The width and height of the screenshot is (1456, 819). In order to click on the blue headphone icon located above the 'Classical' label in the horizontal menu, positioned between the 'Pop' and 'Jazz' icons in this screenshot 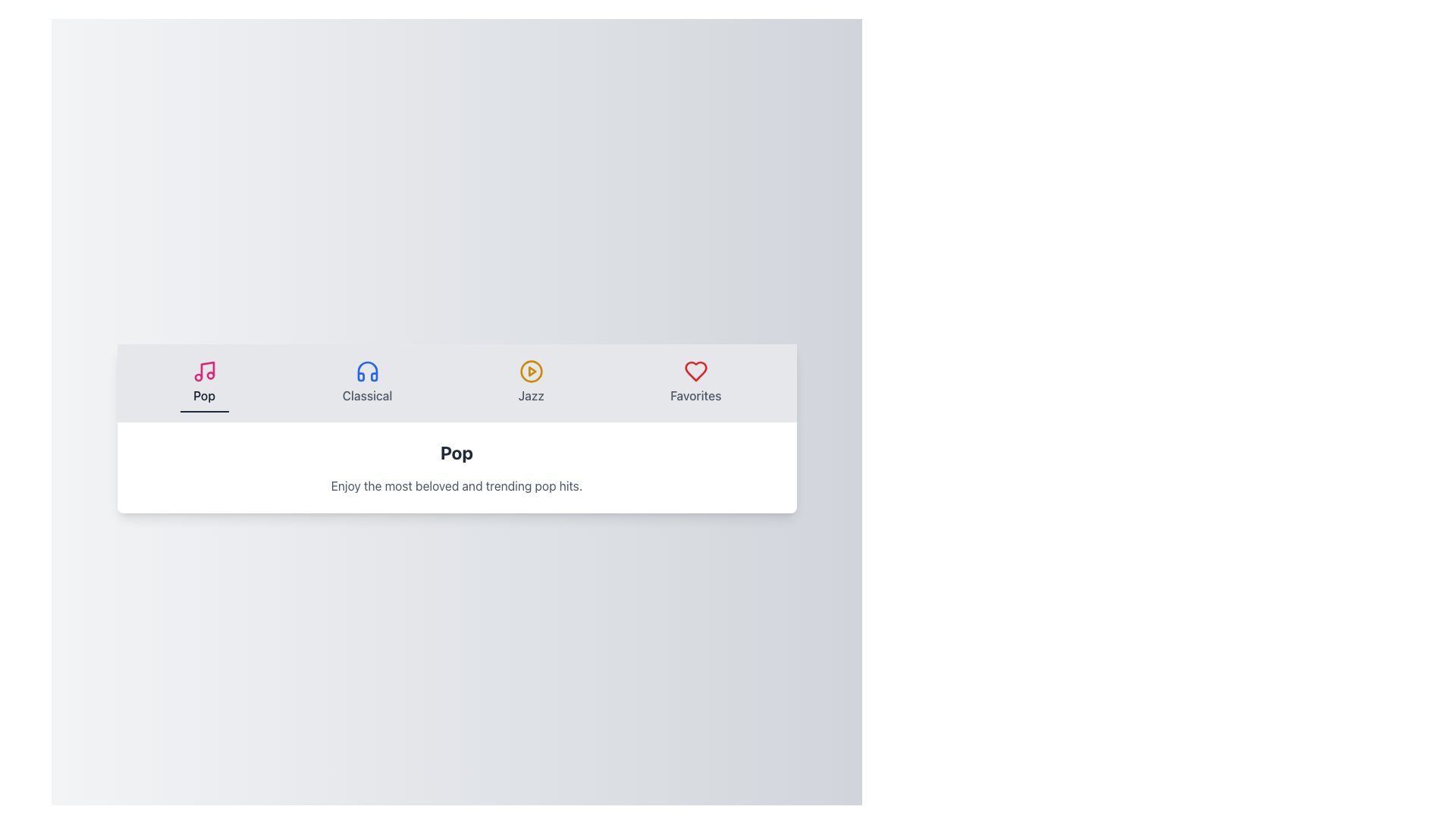, I will do `click(367, 371)`.